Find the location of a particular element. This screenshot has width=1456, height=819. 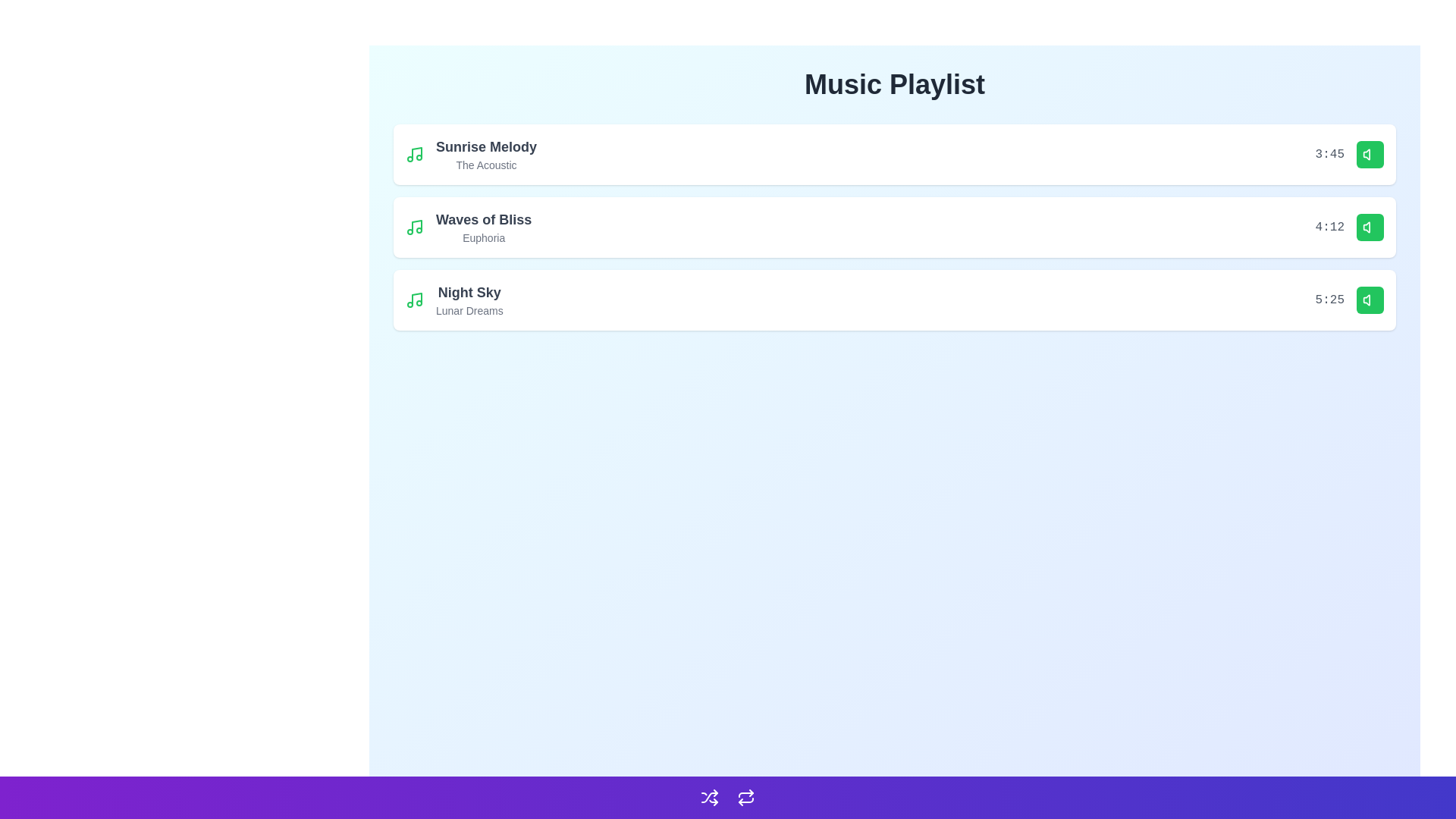

the green musical note icon located at the far left of the first entry in the music playlist to interact with the music entry is located at coordinates (415, 155).